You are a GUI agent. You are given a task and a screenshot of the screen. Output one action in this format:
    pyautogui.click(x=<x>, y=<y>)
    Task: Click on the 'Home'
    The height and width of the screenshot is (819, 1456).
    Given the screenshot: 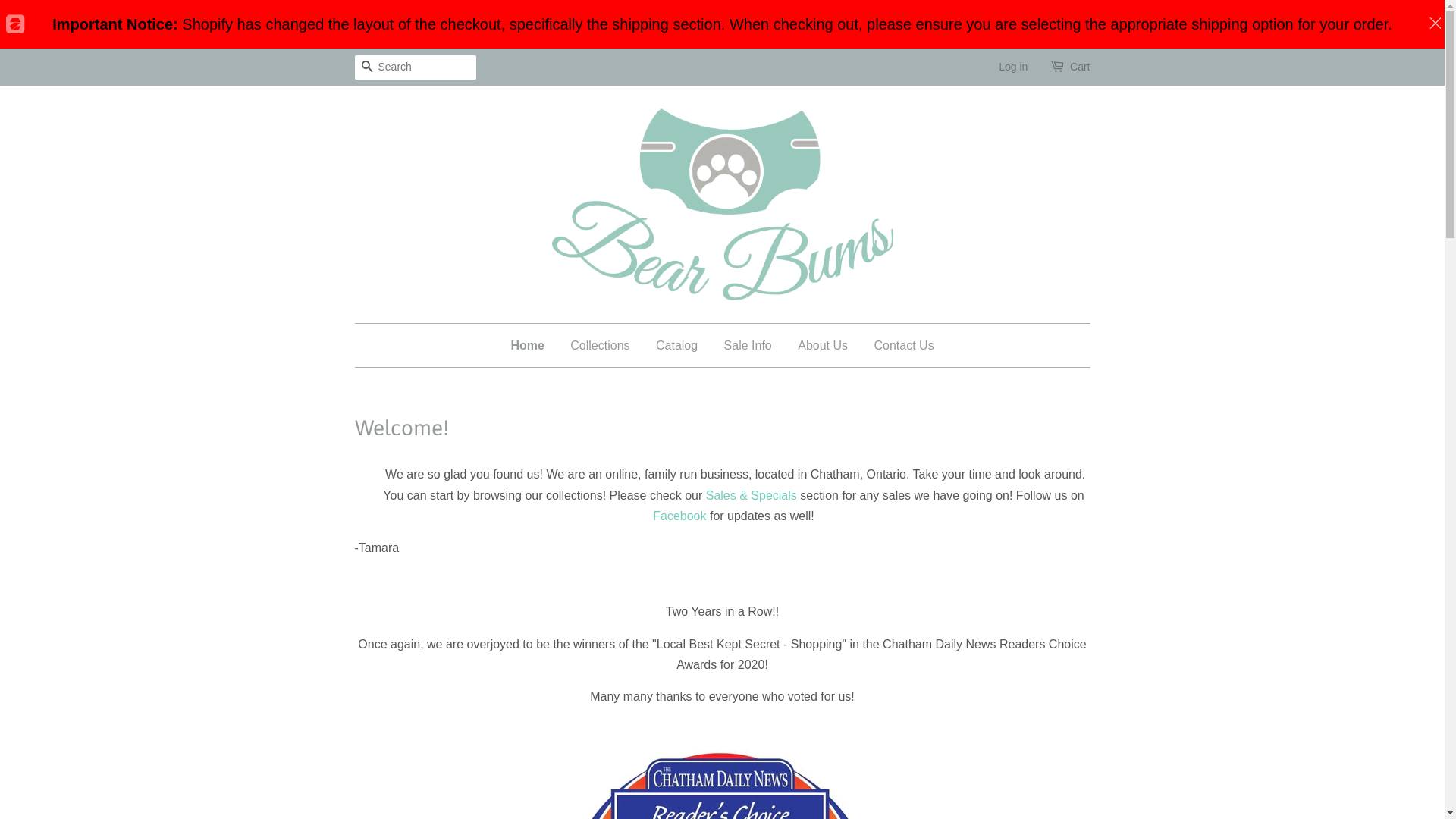 What is the action you would take?
    pyautogui.click(x=532, y=345)
    